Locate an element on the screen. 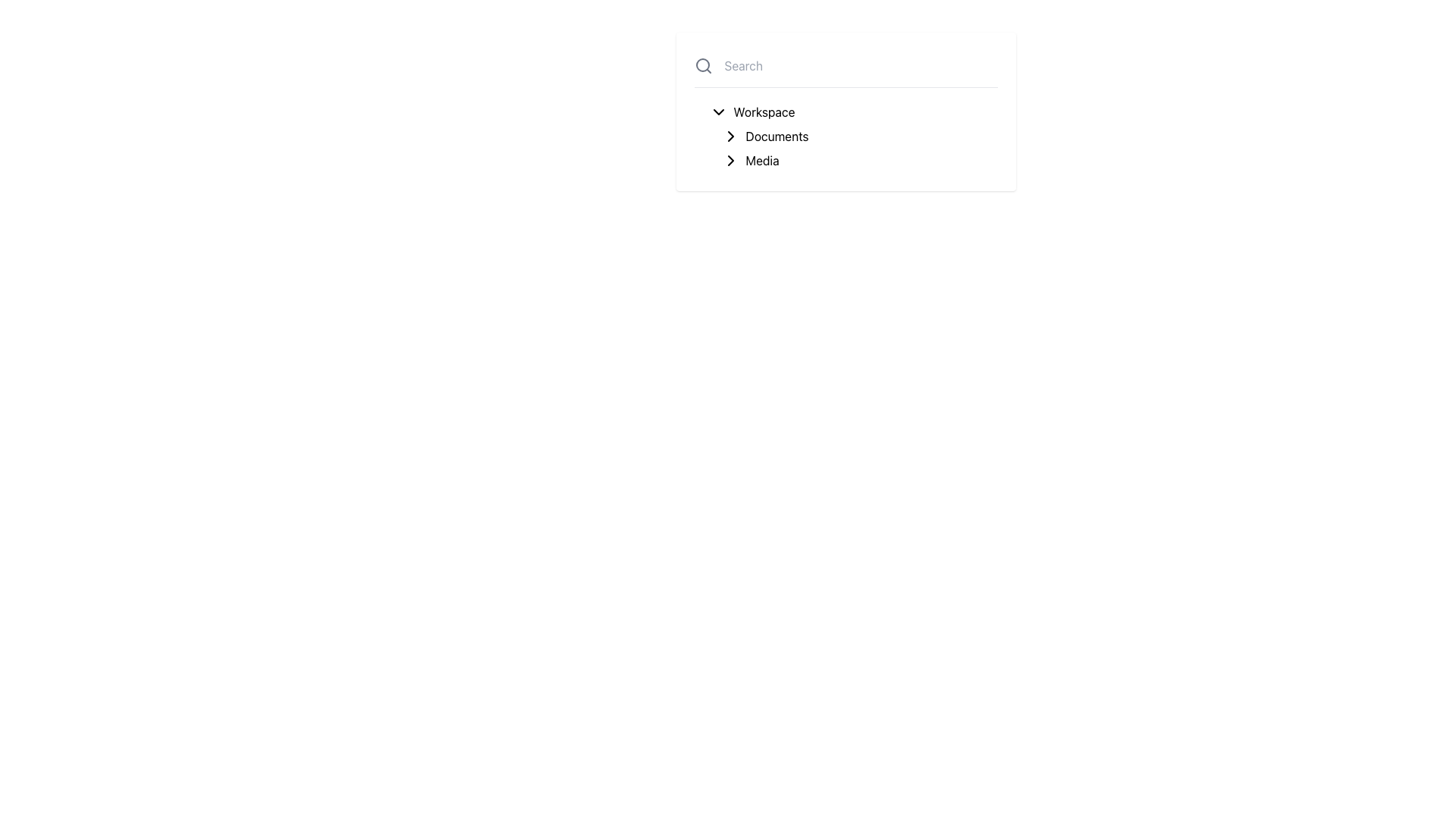 The width and height of the screenshot is (1456, 819). the 'Workspace' label, which is the first item in a vertical list of labels styled in bold and blue font when selected is located at coordinates (764, 111).